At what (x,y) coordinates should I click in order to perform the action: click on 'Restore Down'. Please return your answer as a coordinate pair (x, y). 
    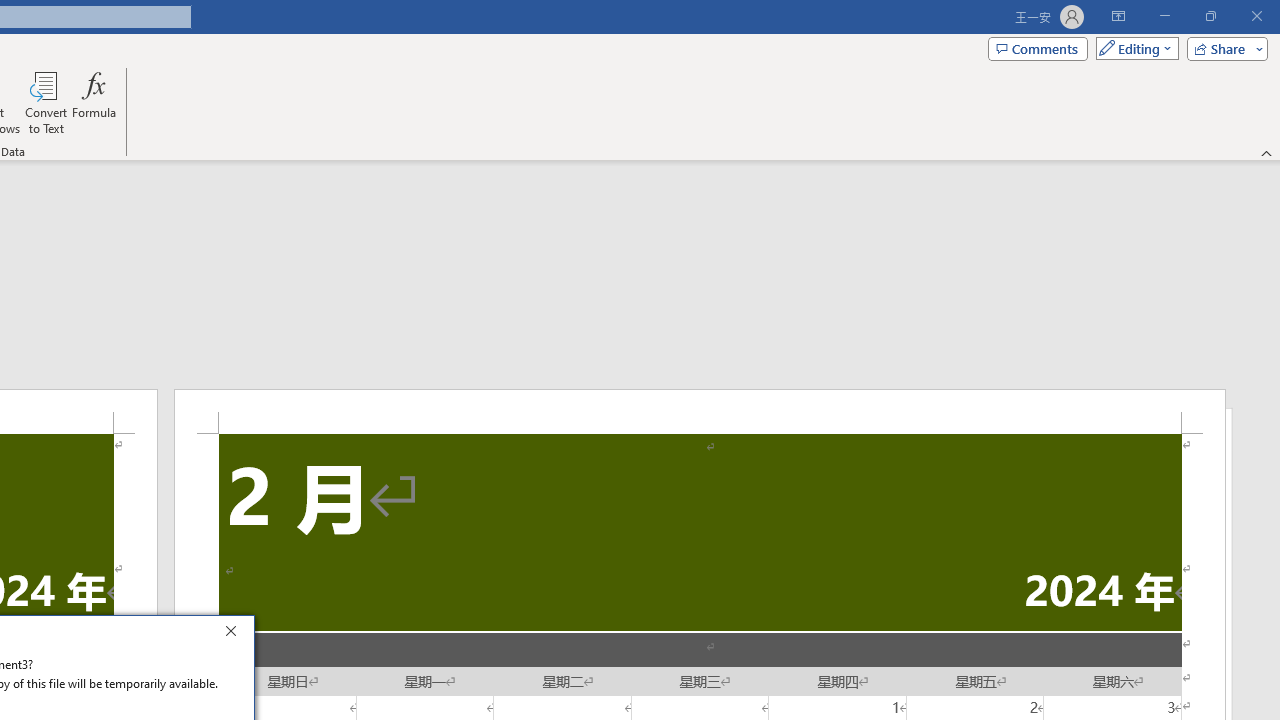
    Looking at the image, I should click on (1209, 16).